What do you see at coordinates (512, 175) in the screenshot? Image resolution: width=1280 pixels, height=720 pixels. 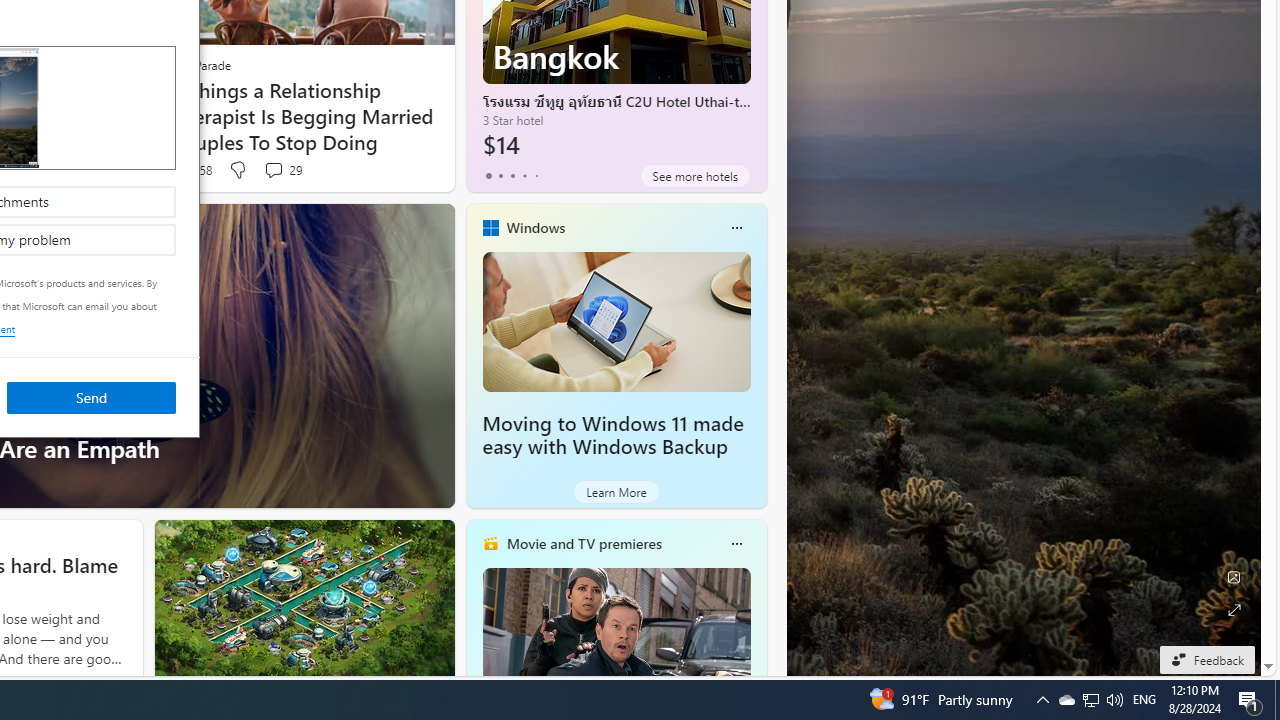 I see `'tab-2'` at bounding box center [512, 175].